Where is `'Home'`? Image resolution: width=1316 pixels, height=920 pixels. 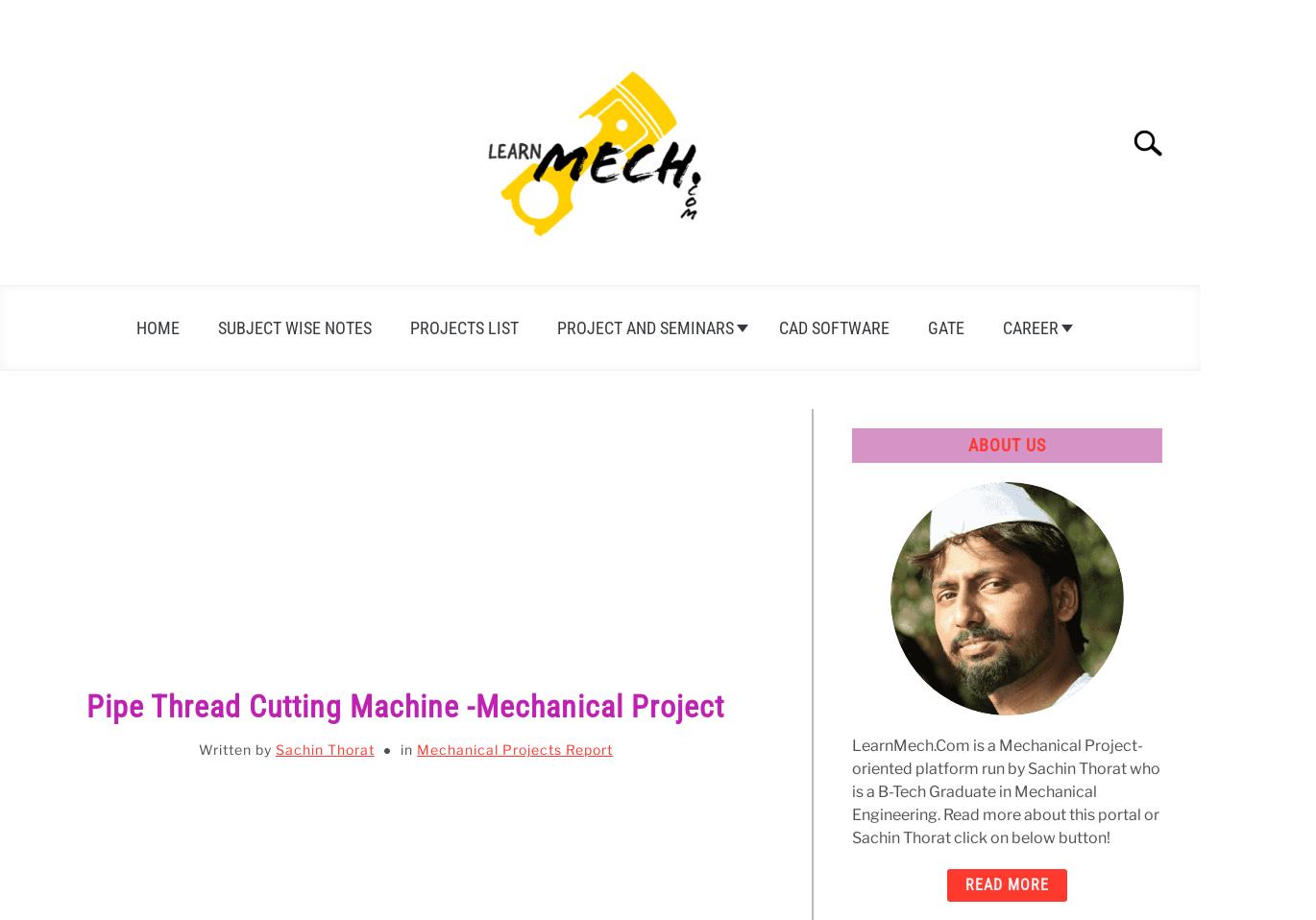
'Home' is located at coordinates (157, 327).